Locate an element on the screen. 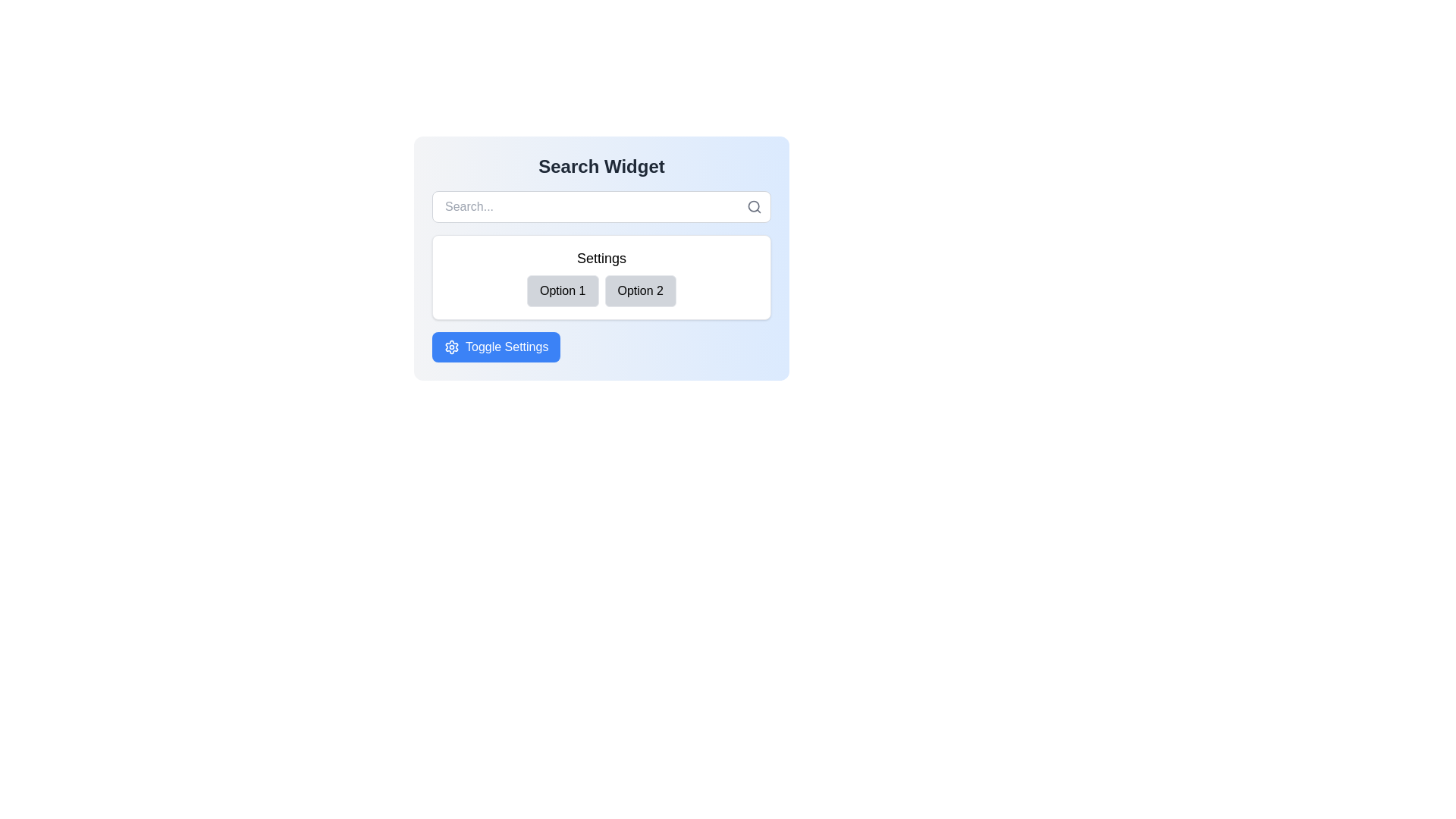  the gray magnifying glass icon, which is positioned to the right of the text input box, aligned vertically to its center is located at coordinates (754, 207).